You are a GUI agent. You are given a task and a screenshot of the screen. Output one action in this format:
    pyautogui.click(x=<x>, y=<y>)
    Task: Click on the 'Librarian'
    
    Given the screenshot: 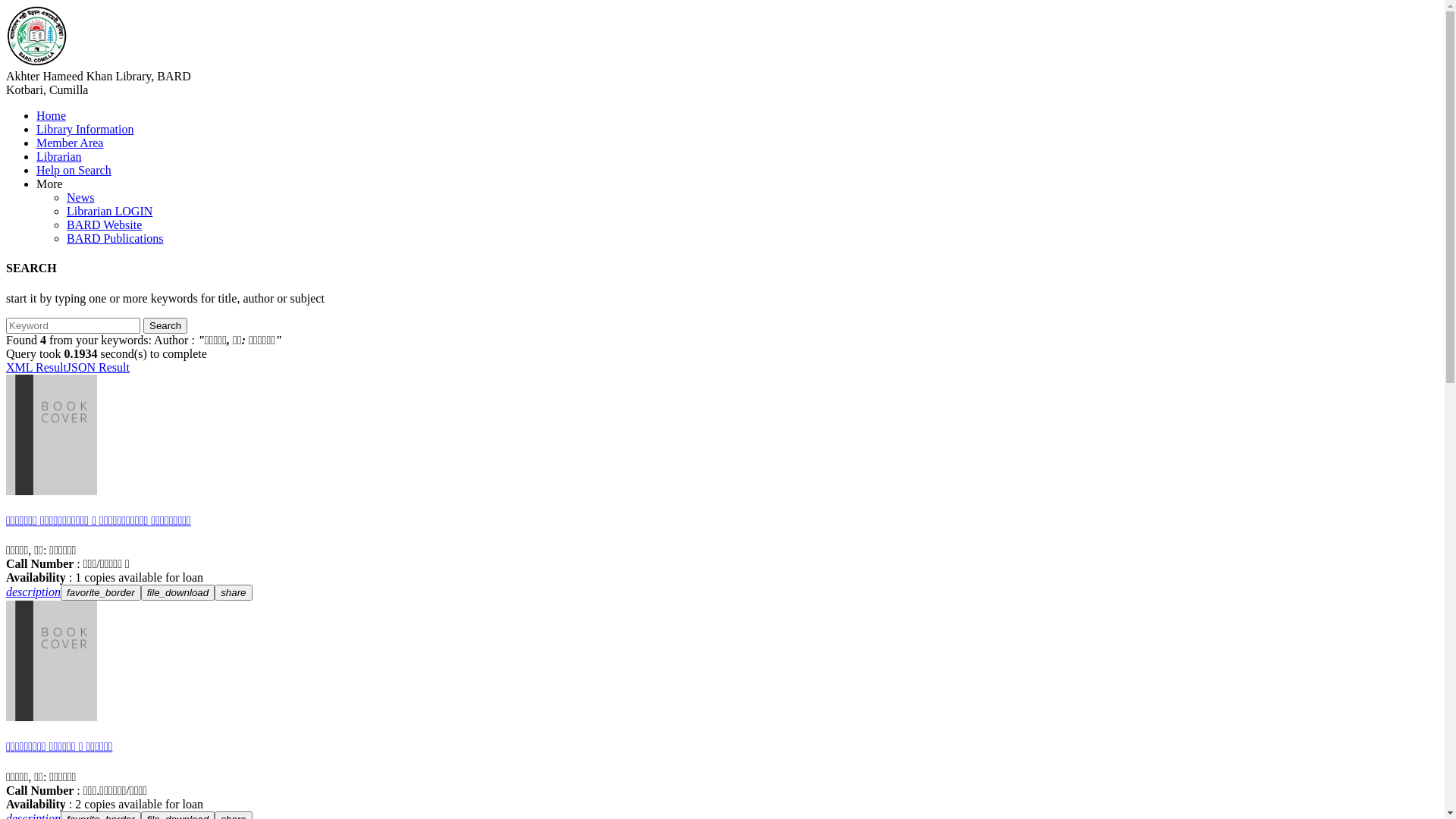 What is the action you would take?
    pyautogui.click(x=58, y=156)
    